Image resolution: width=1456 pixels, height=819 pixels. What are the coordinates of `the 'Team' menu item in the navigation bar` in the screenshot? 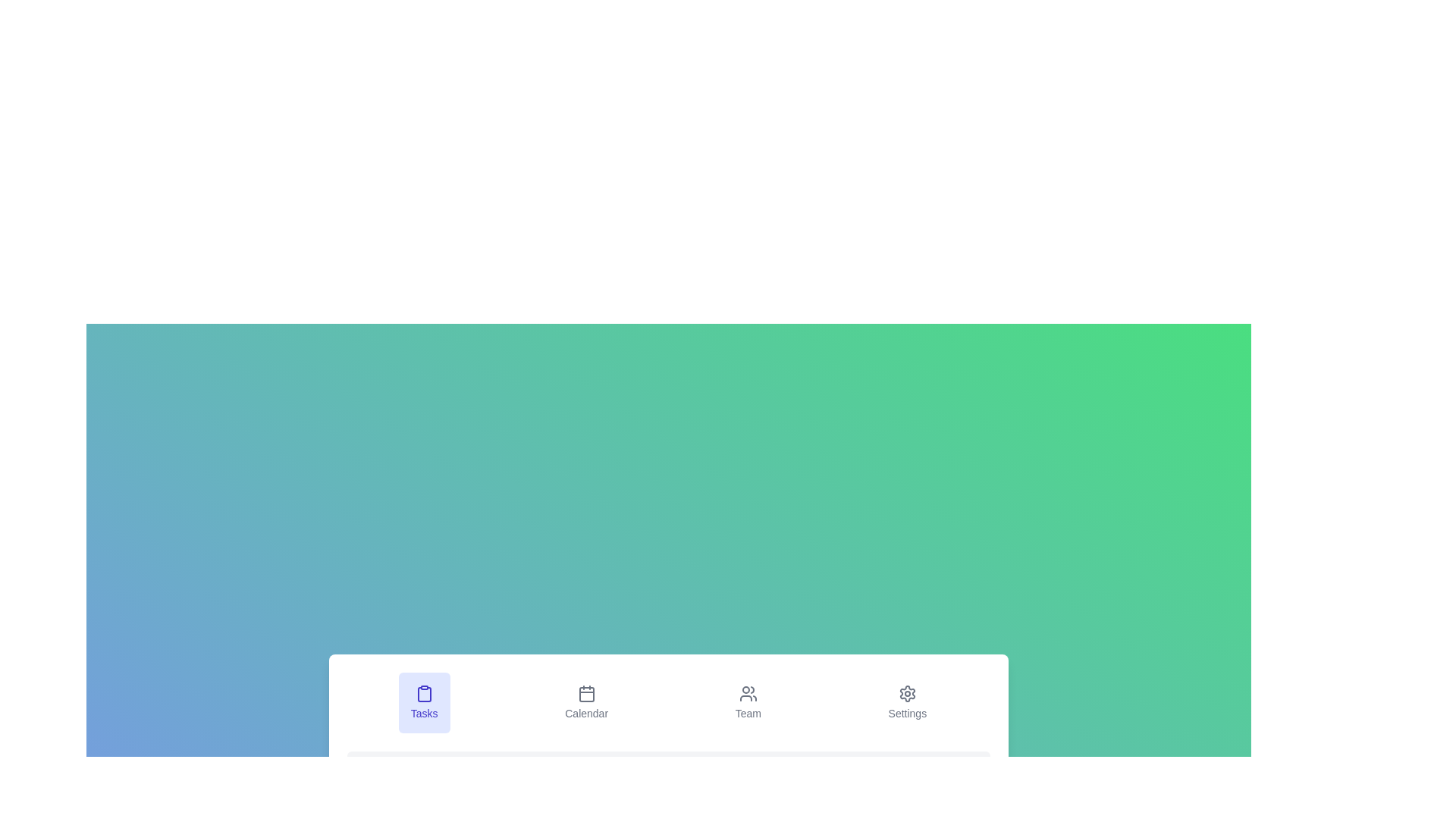 It's located at (668, 702).